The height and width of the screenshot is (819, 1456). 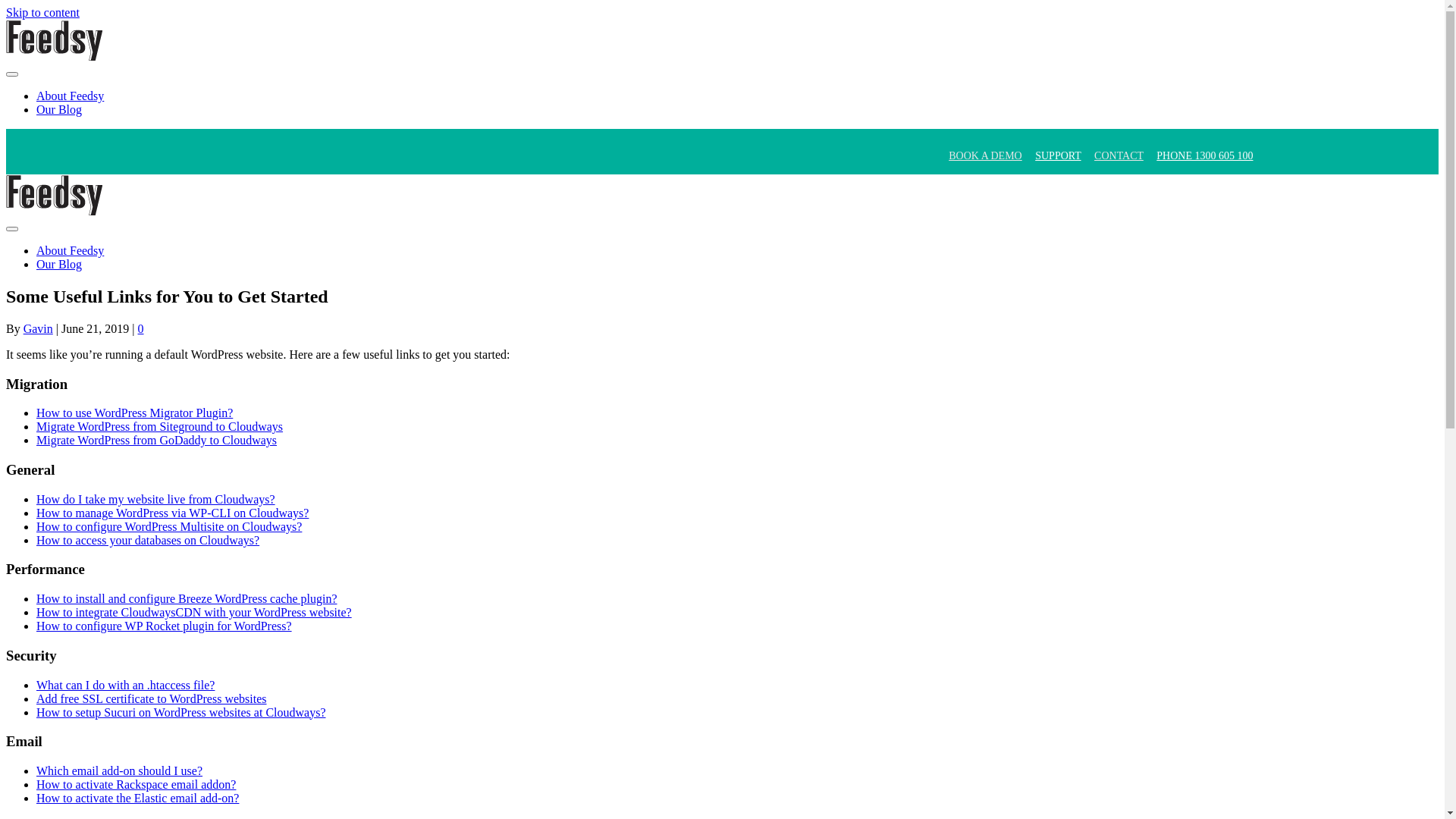 I want to click on 'What can I do with an .htaccess file?', so click(x=125, y=685).